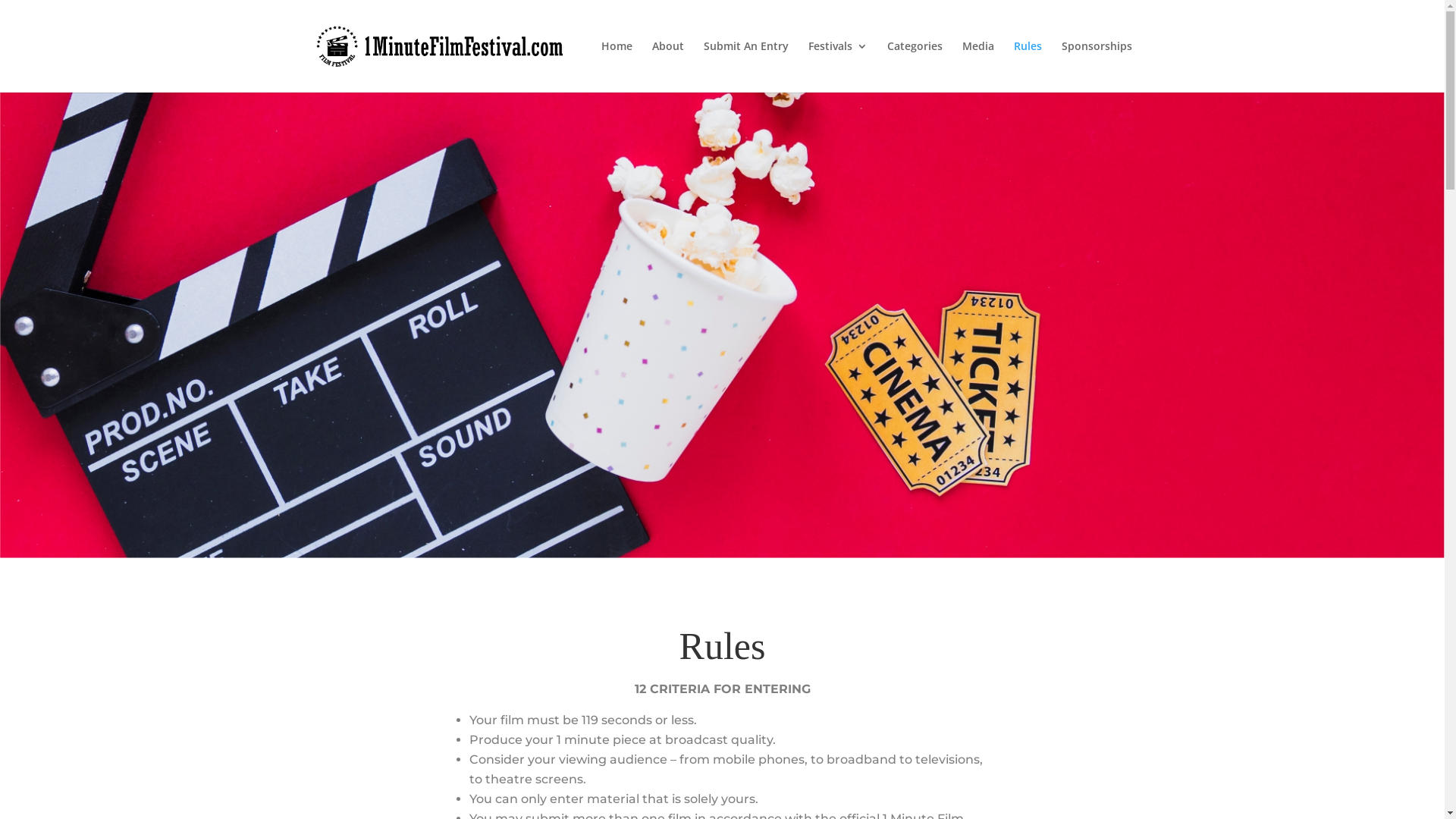  What do you see at coordinates (702, 66) in the screenshot?
I see `'Submit An Entry'` at bounding box center [702, 66].